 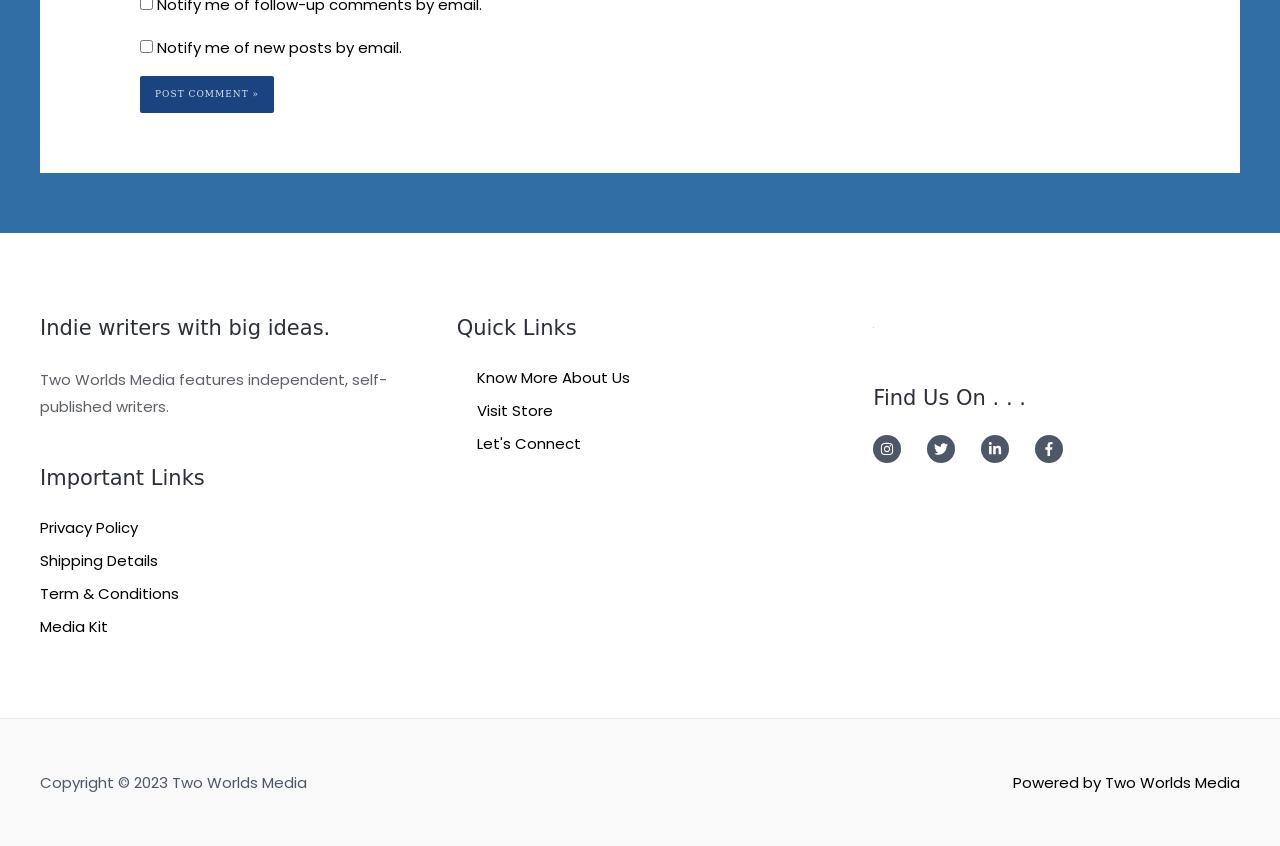 I want to click on 'Notify me of new posts by email.', so click(x=278, y=45).